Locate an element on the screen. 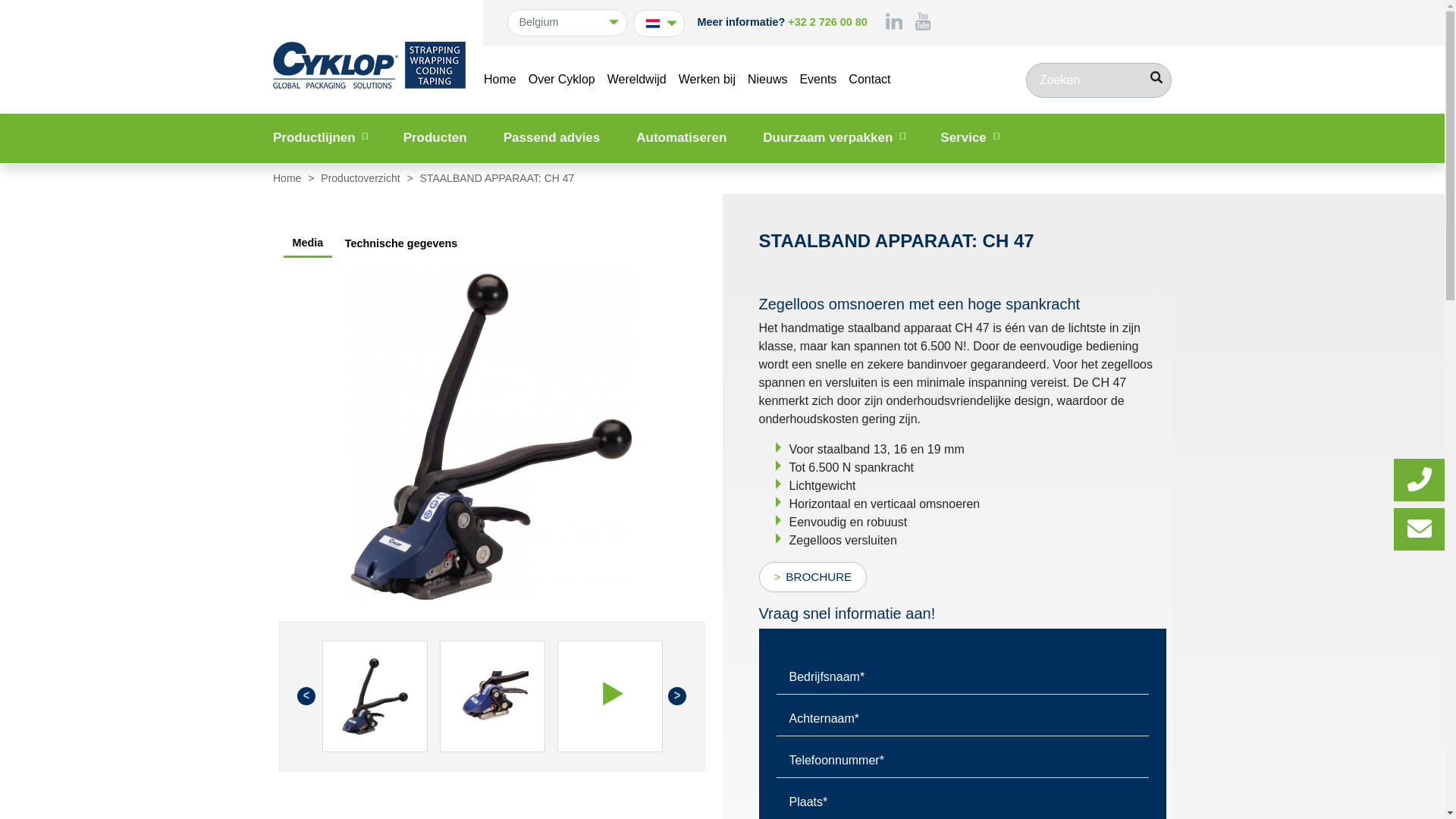 The height and width of the screenshot is (819, 1456). 'Home' is located at coordinates (288, 177).